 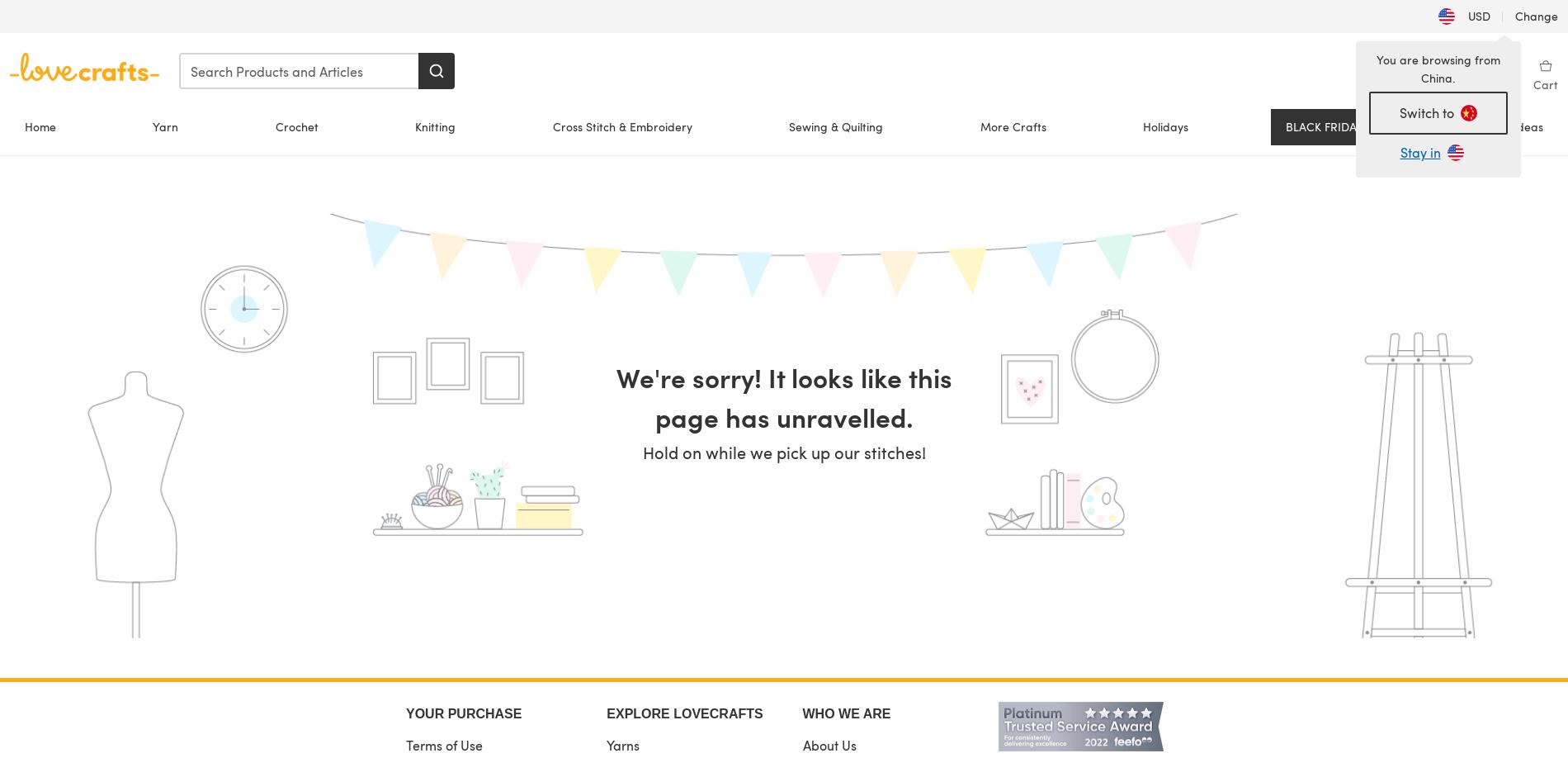 What do you see at coordinates (1323, 126) in the screenshot?
I see `'BLACK FRIDAY'` at bounding box center [1323, 126].